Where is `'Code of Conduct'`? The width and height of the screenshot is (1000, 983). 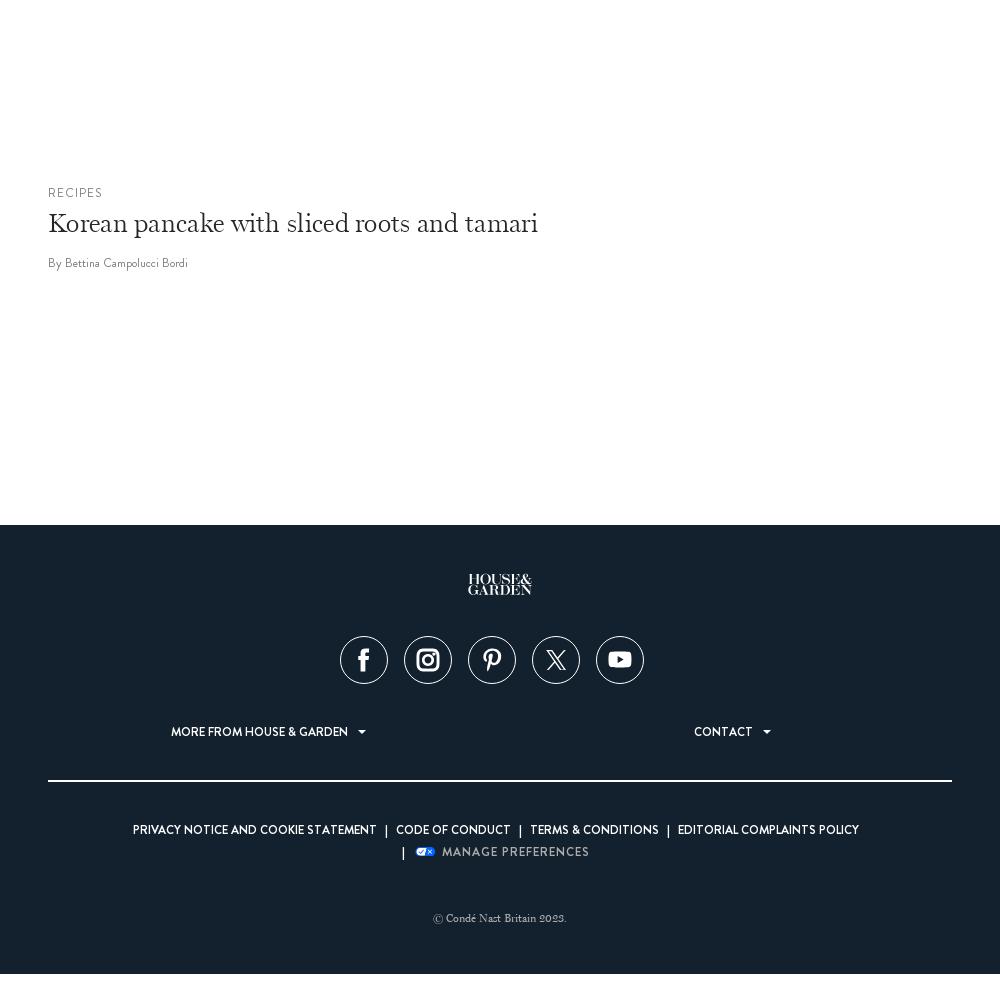
'Code of Conduct' is located at coordinates (396, 830).